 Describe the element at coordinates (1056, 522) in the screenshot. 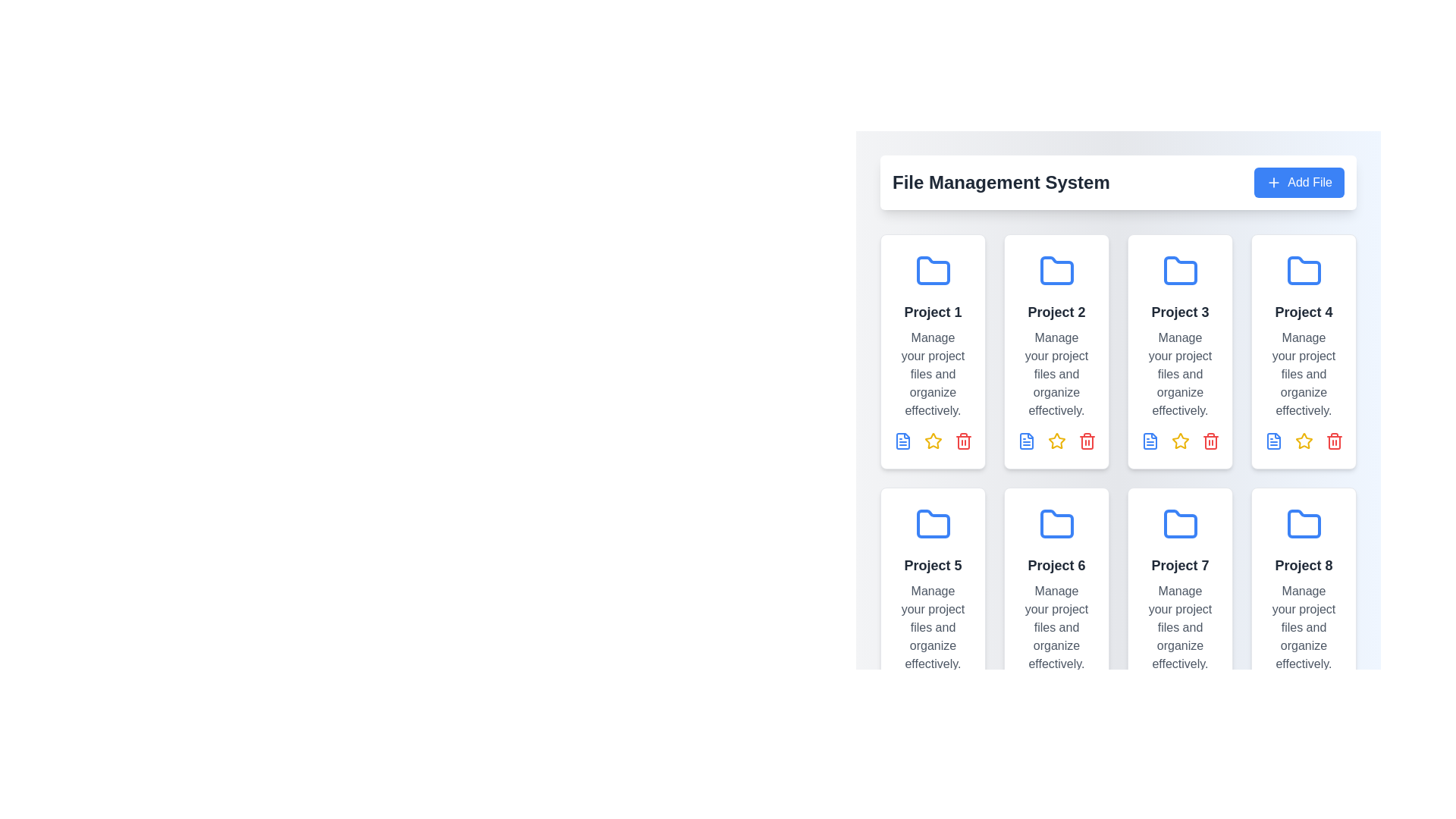

I see `the folder icon representing 'Project 6' located in the second row of the grid layout, centered in the header portion of the card` at that location.